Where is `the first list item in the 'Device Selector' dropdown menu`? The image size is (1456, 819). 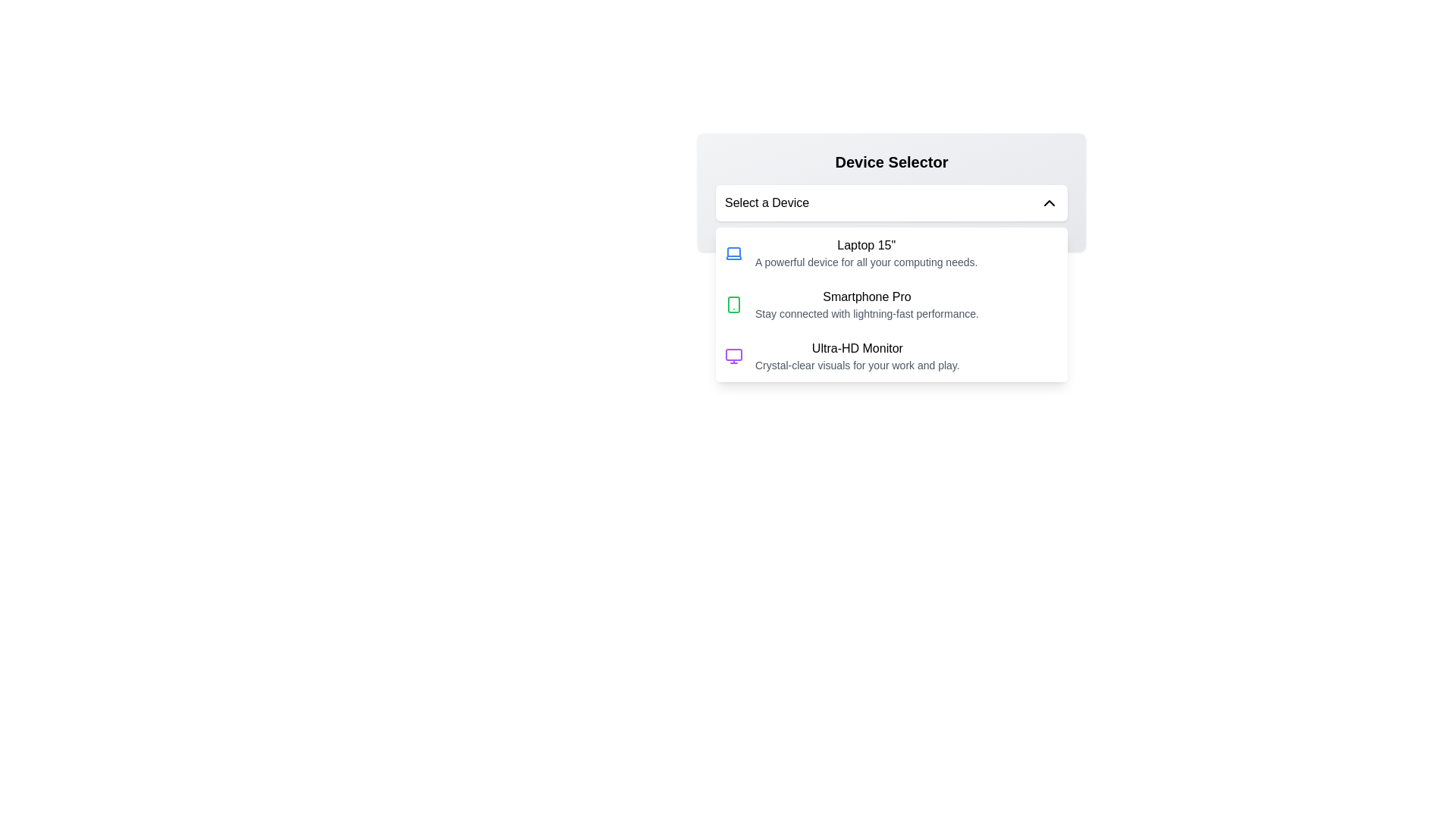
the first list item in the 'Device Selector' dropdown menu is located at coordinates (892, 253).